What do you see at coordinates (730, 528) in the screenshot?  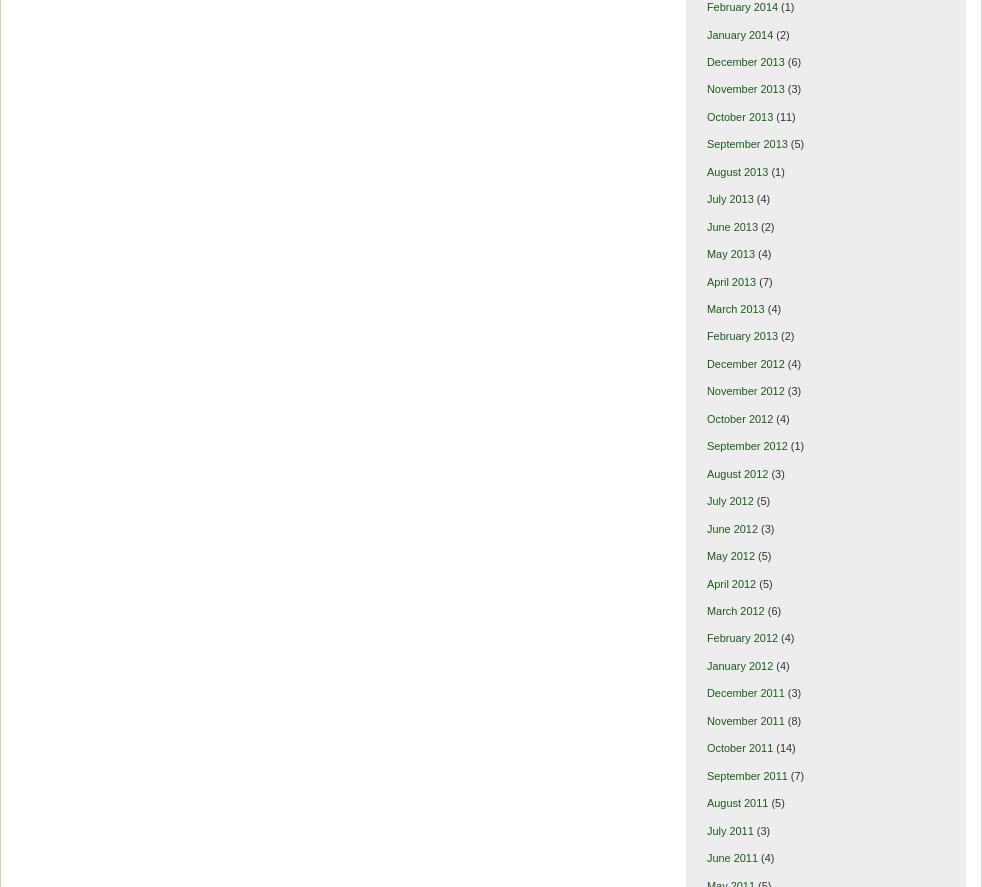 I see `'June 2012'` at bounding box center [730, 528].